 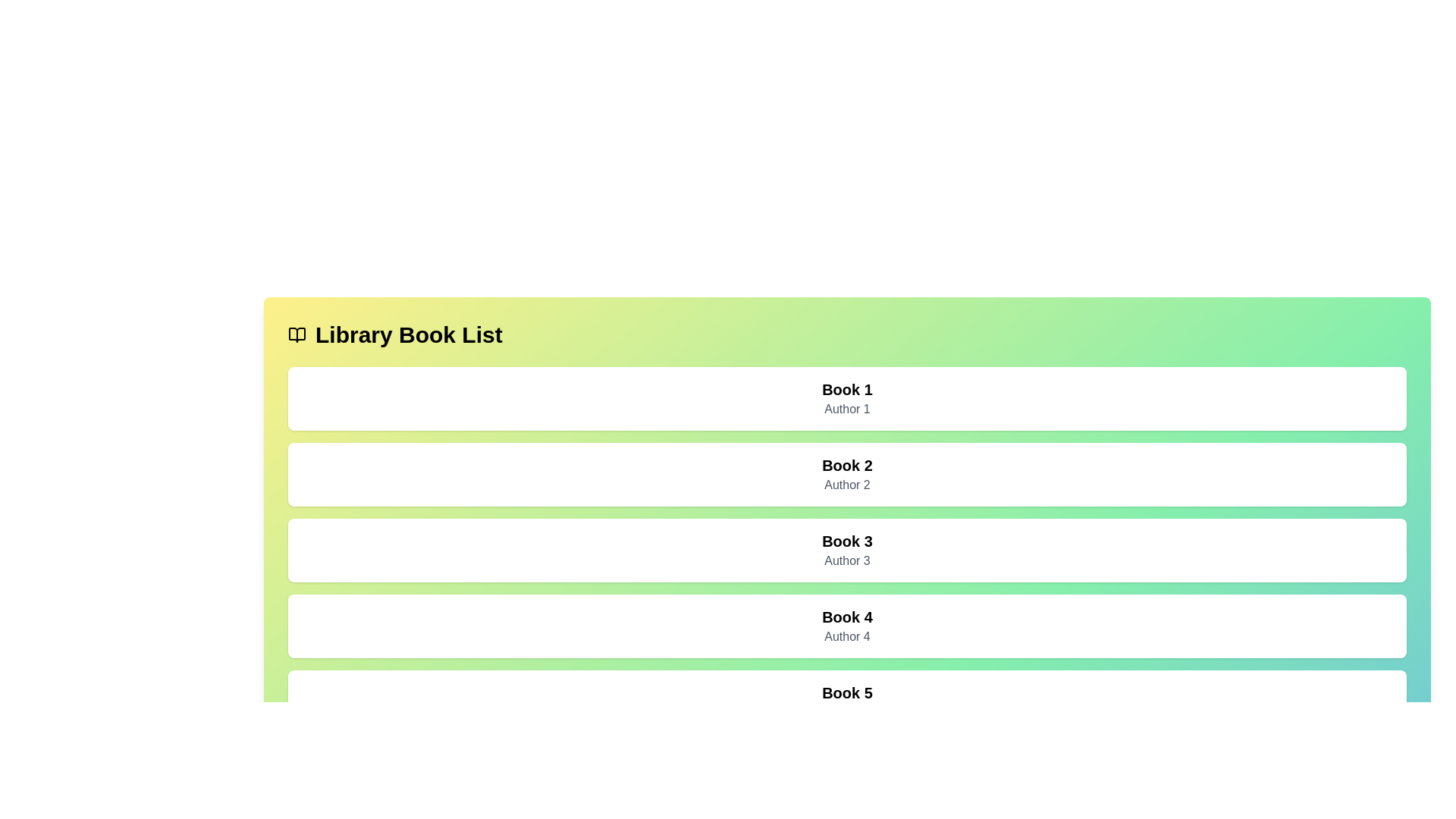 I want to click on the text label element displaying 'Author 1', which is positioned beneath the bold text 'Book 1' in a library book listing, so click(x=846, y=409).